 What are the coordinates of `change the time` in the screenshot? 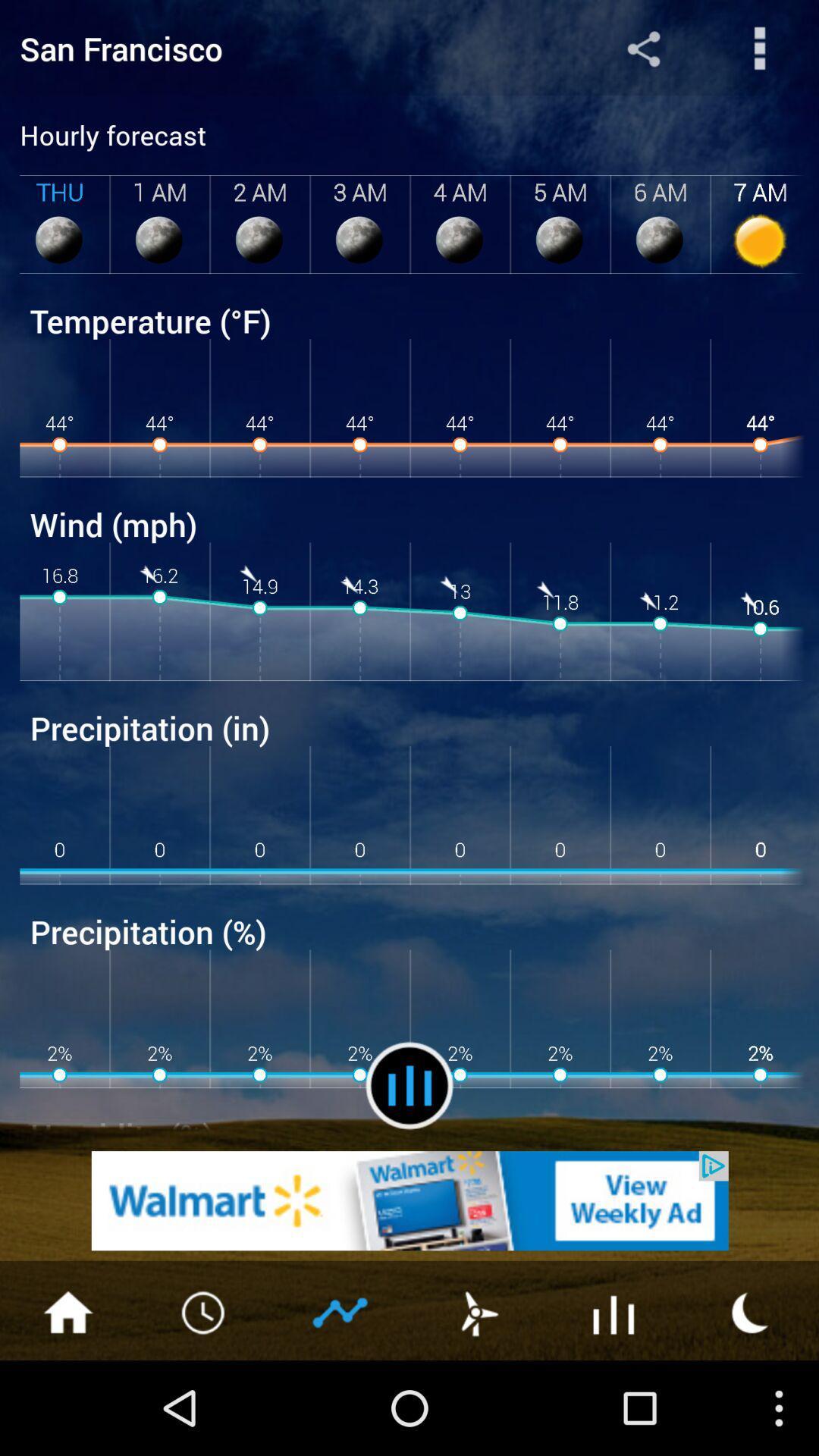 It's located at (205, 1310).